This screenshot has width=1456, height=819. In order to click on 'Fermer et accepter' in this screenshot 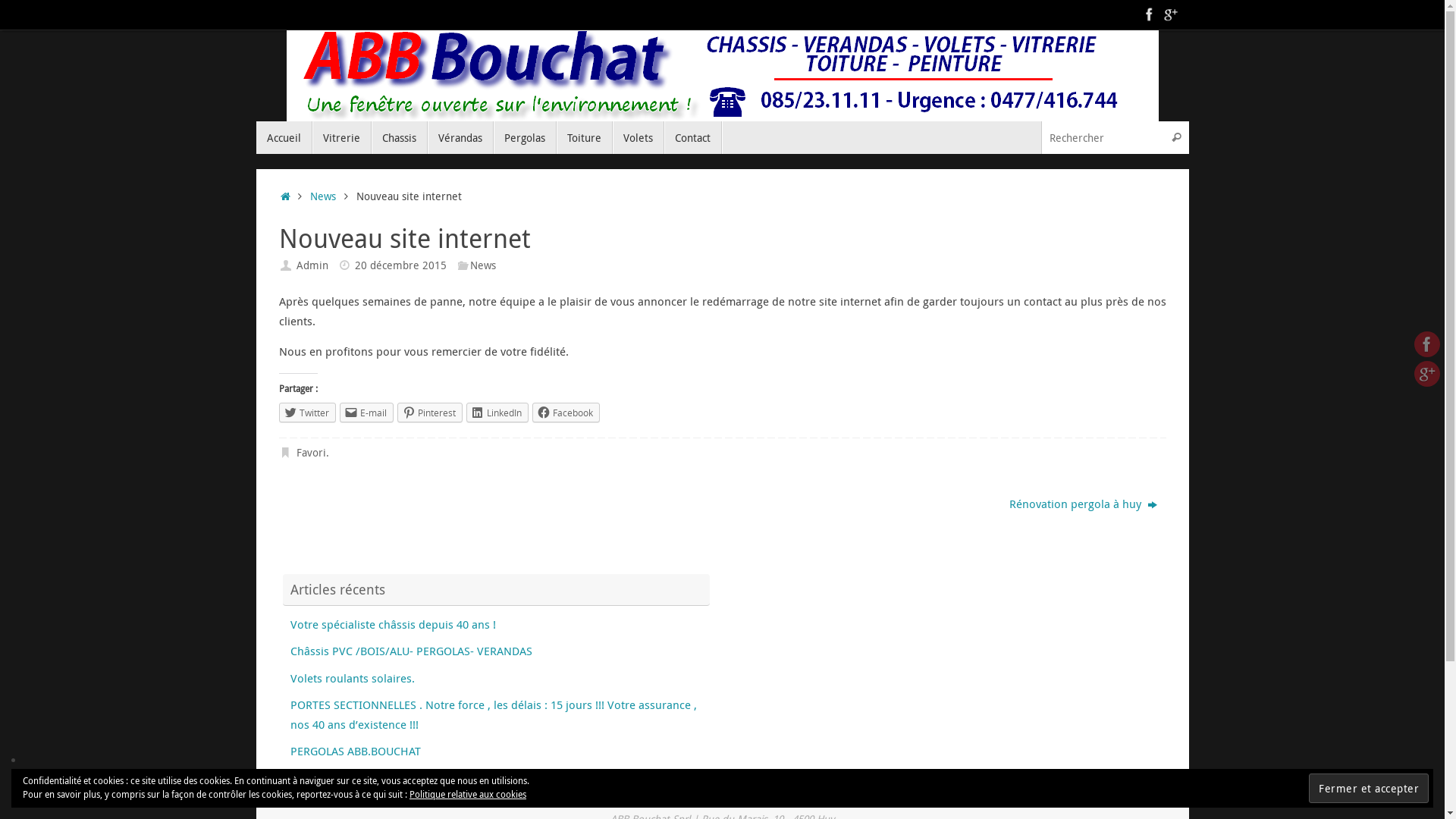, I will do `click(1368, 787)`.